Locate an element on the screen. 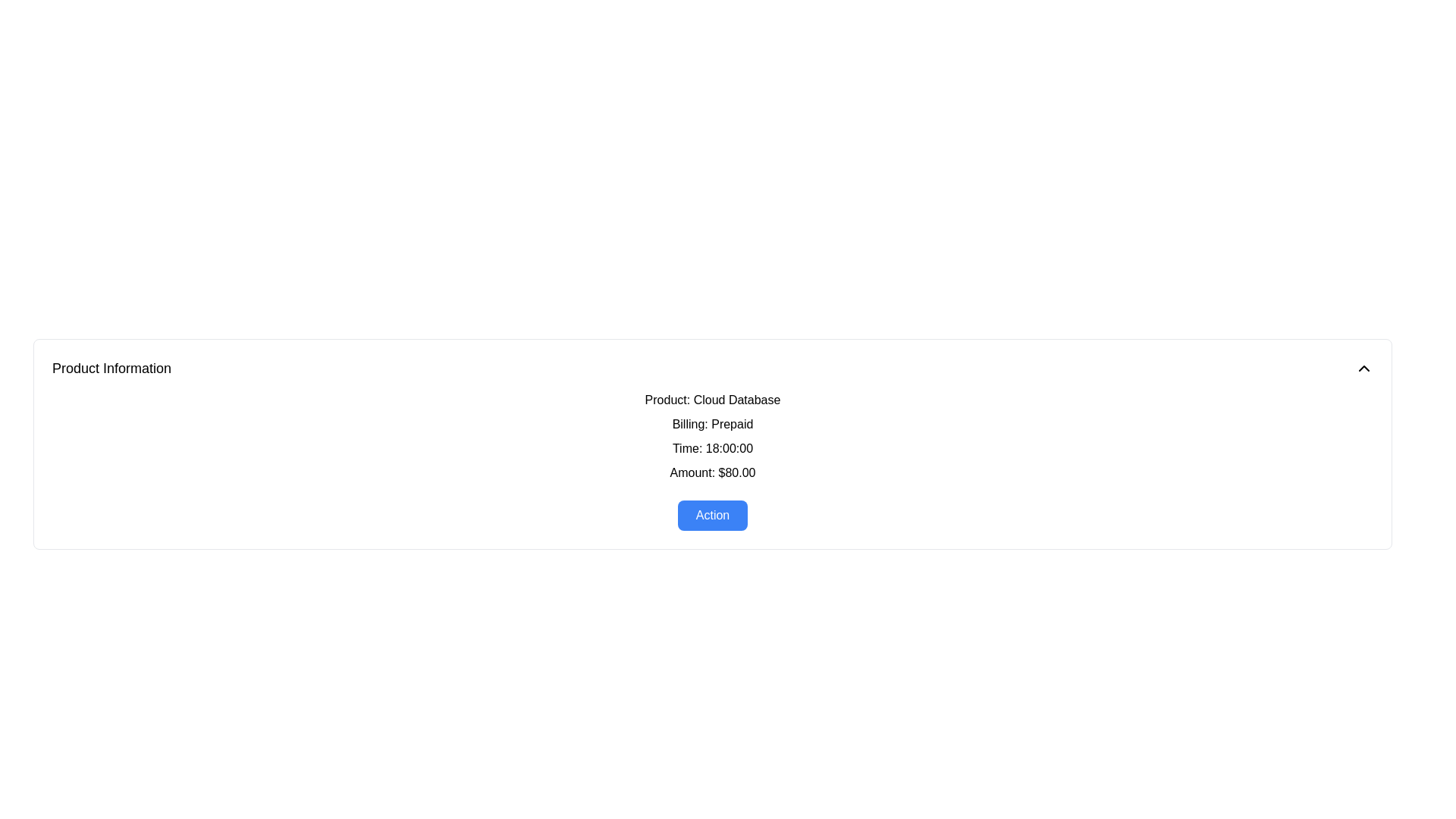 Image resolution: width=1456 pixels, height=819 pixels. the informational text element displaying the amount value ('$80.00'), which is the fourth line in the product details block, positioned before the 'Action' button is located at coordinates (712, 472).